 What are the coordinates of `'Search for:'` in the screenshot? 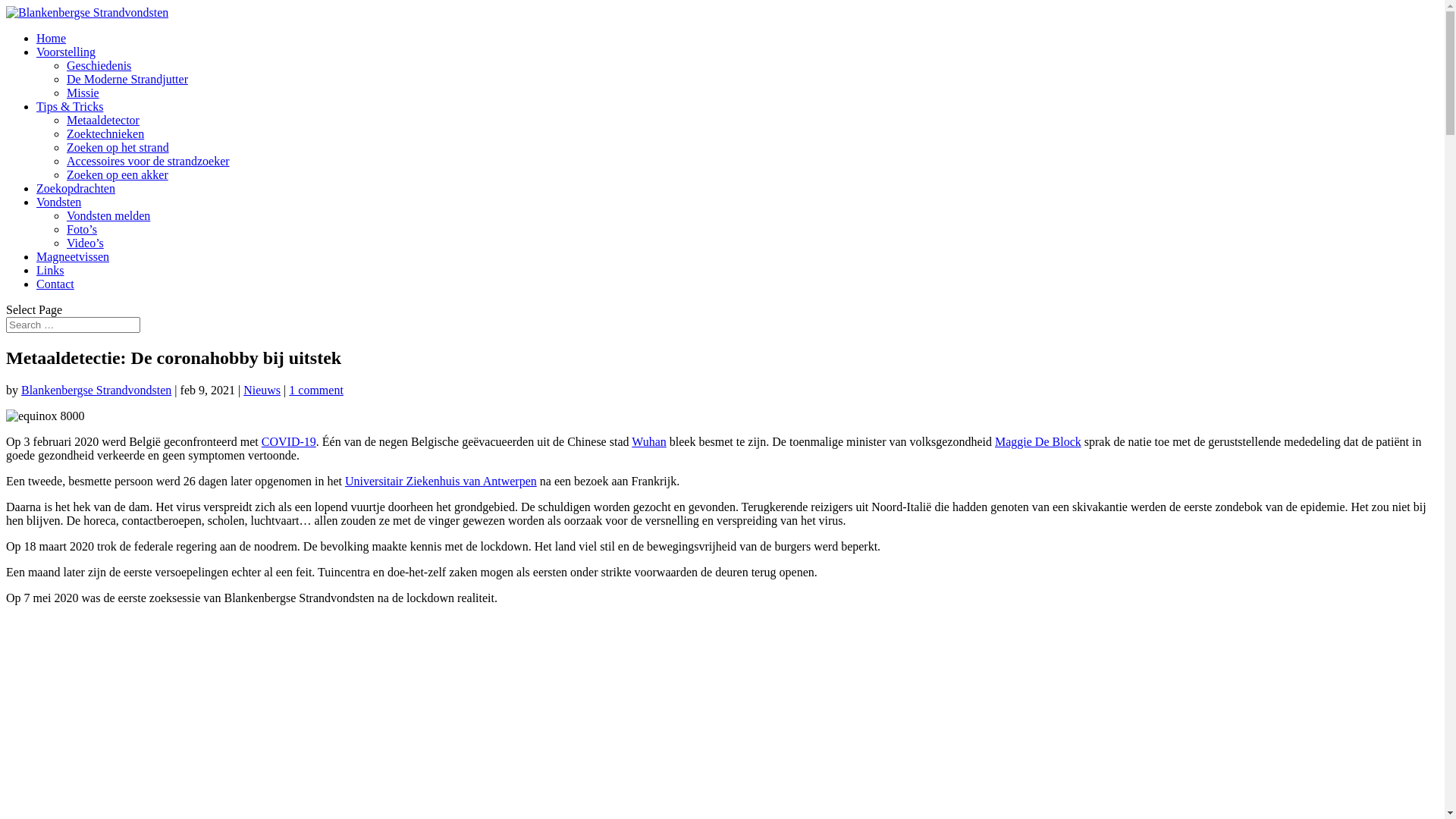 It's located at (6, 324).